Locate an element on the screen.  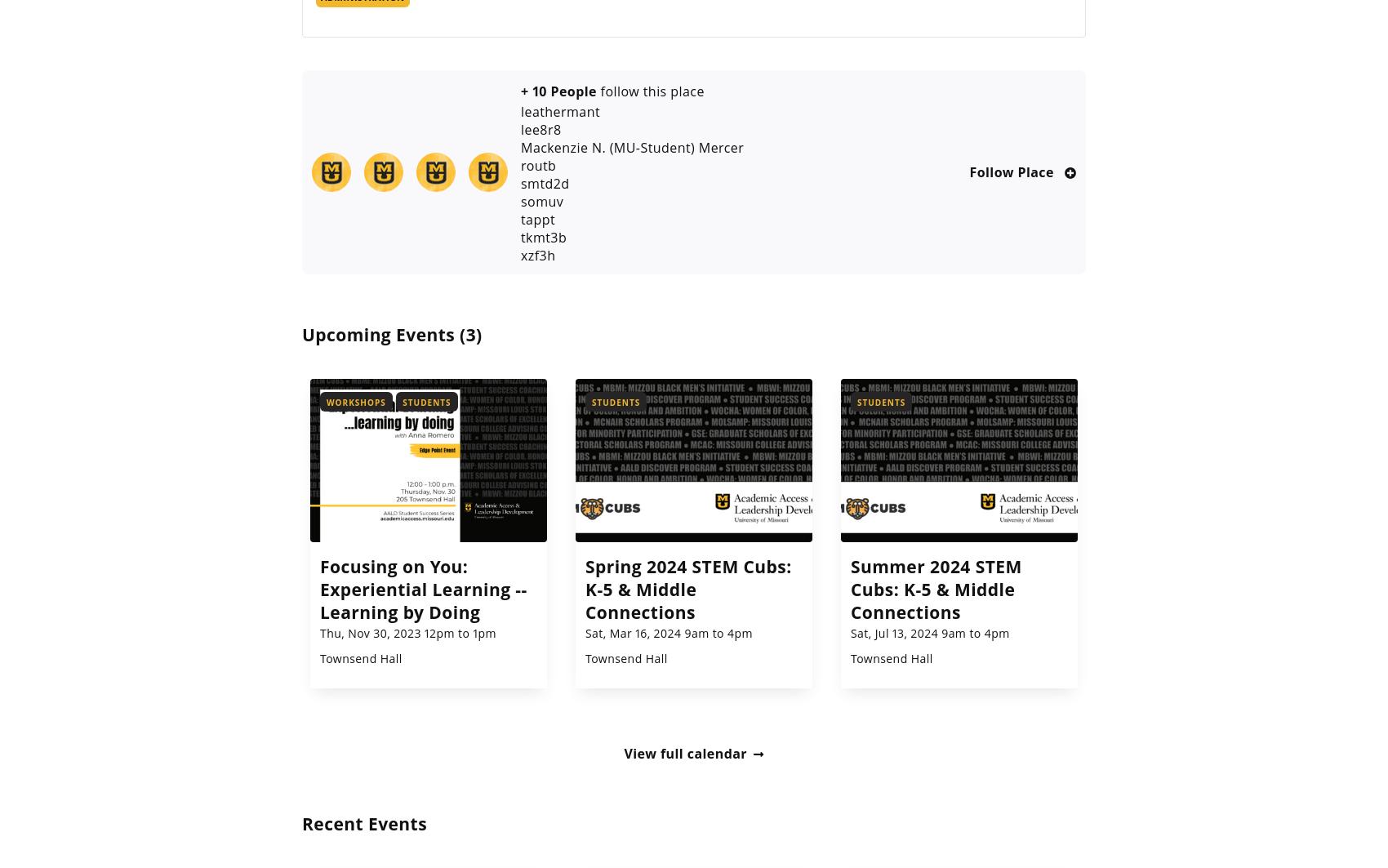
'somuv' is located at coordinates (542, 200).